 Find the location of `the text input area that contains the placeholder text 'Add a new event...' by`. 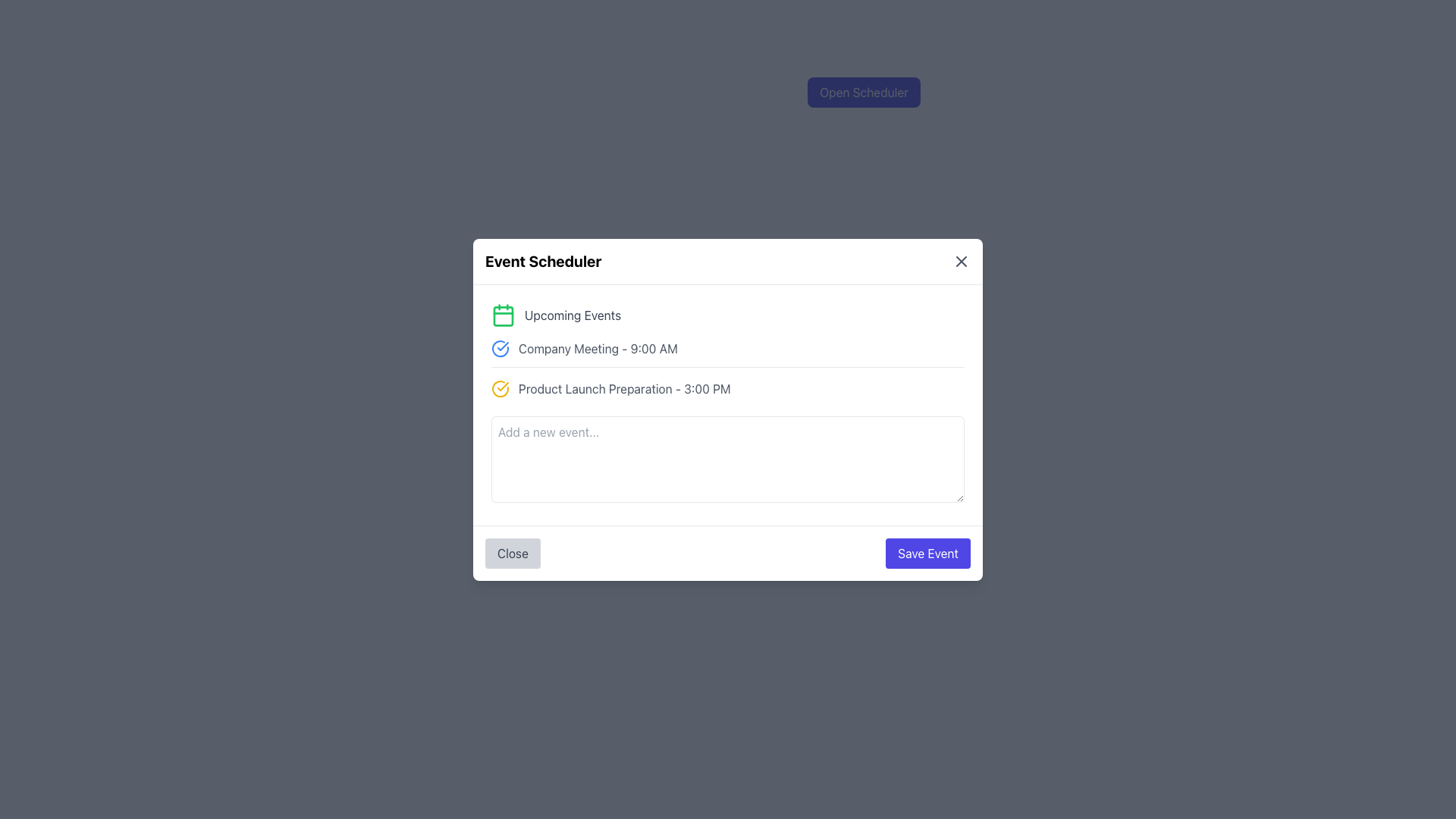

the text input area that contains the placeholder text 'Add a new event...' by is located at coordinates (728, 458).